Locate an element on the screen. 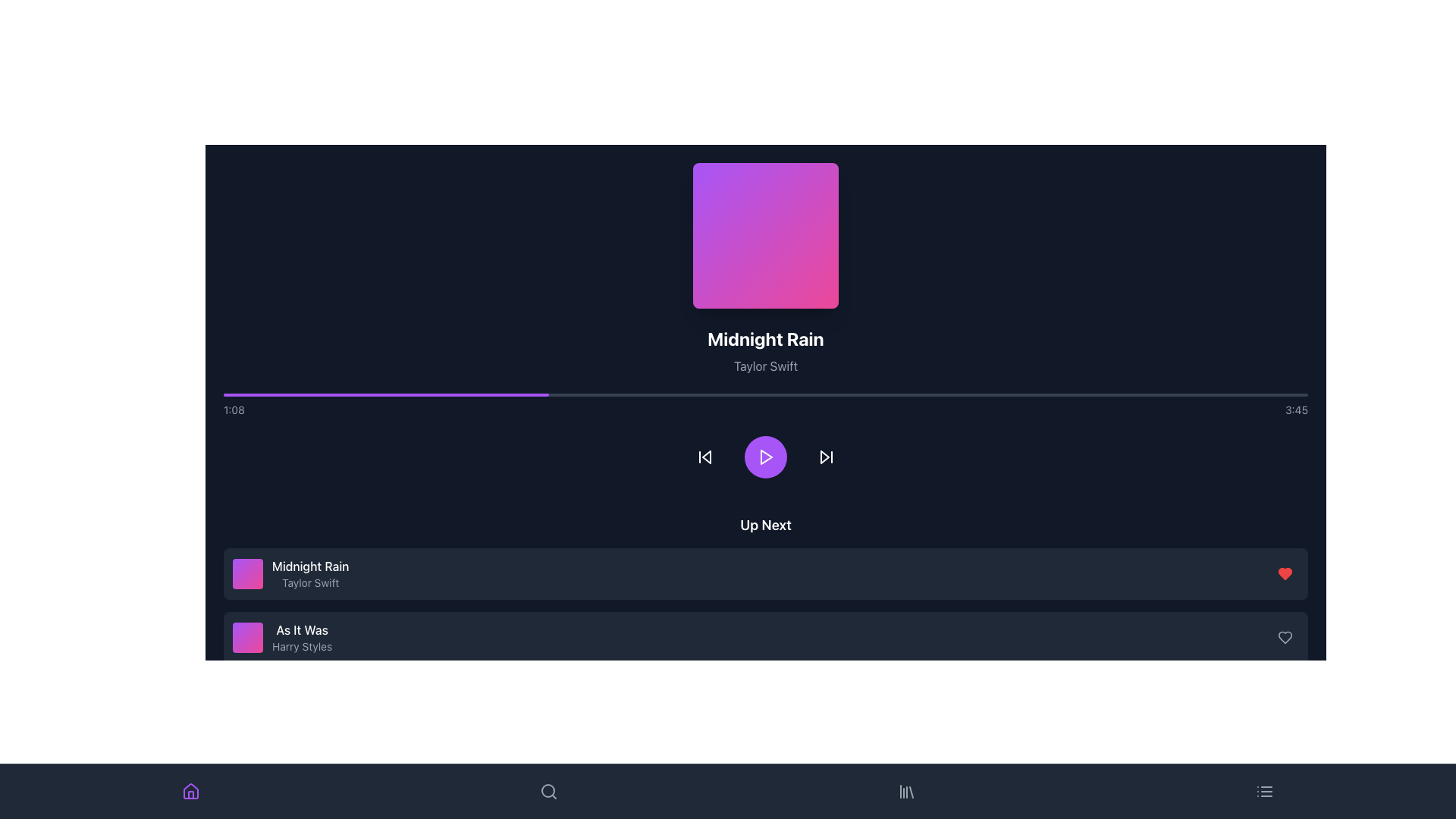 The width and height of the screenshot is (1456, 819). the heart-shaped icon button located at the bottom-right corner of the navigation bar to mark a favorite is located at coordinates (1284, 765).